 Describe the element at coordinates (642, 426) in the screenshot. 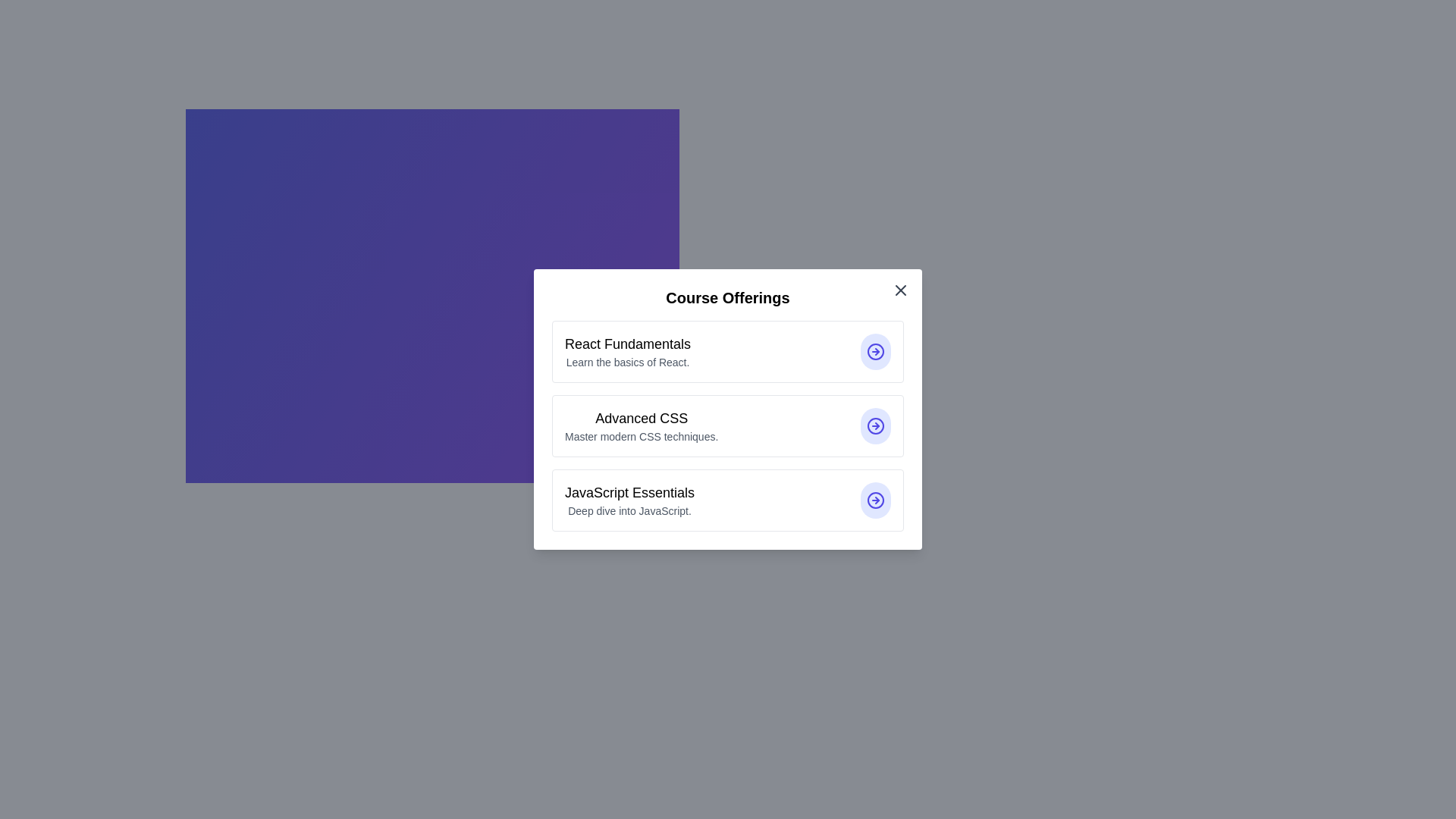

I see `the 'Advanced CSS' course text component from its current position` at that location.